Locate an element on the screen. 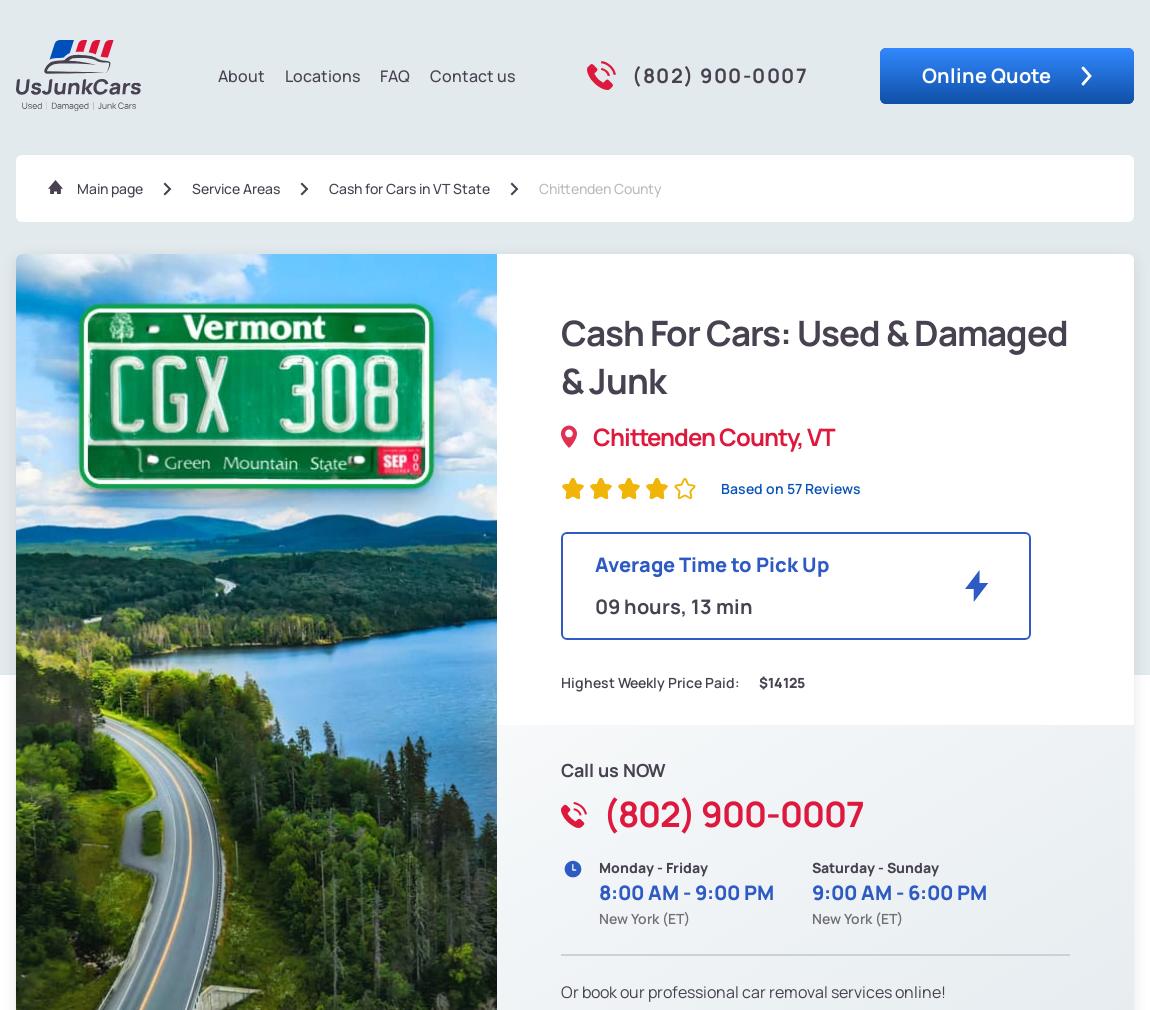 The image size is (1150, 1010). '$14125' is located at coordinates (779, 680).